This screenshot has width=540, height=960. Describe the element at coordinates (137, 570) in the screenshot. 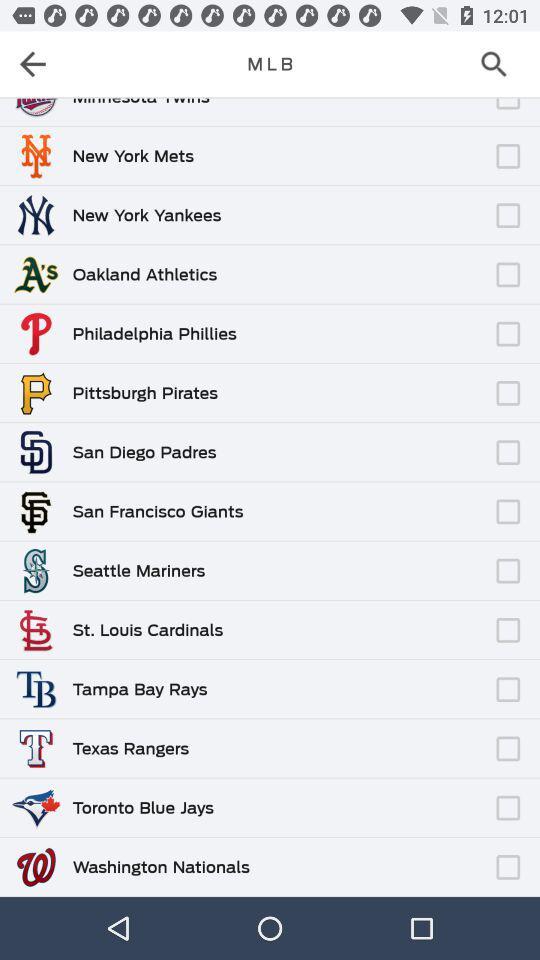

I see `the seattle mariners item` at that location.